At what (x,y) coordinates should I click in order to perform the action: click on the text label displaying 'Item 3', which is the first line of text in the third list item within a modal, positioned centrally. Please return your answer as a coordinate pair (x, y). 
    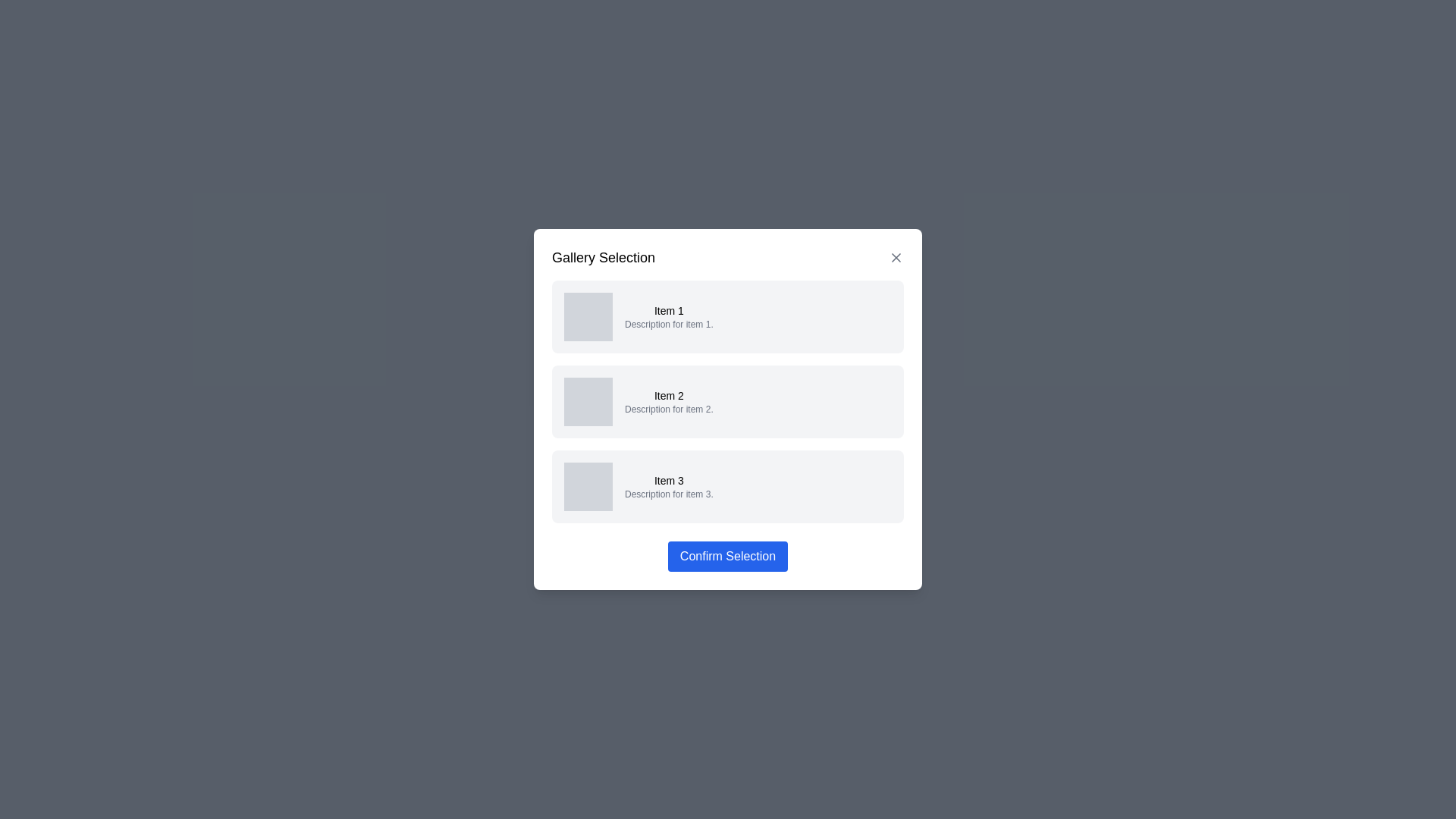
    Looking at the image, I should click on (668, 480).